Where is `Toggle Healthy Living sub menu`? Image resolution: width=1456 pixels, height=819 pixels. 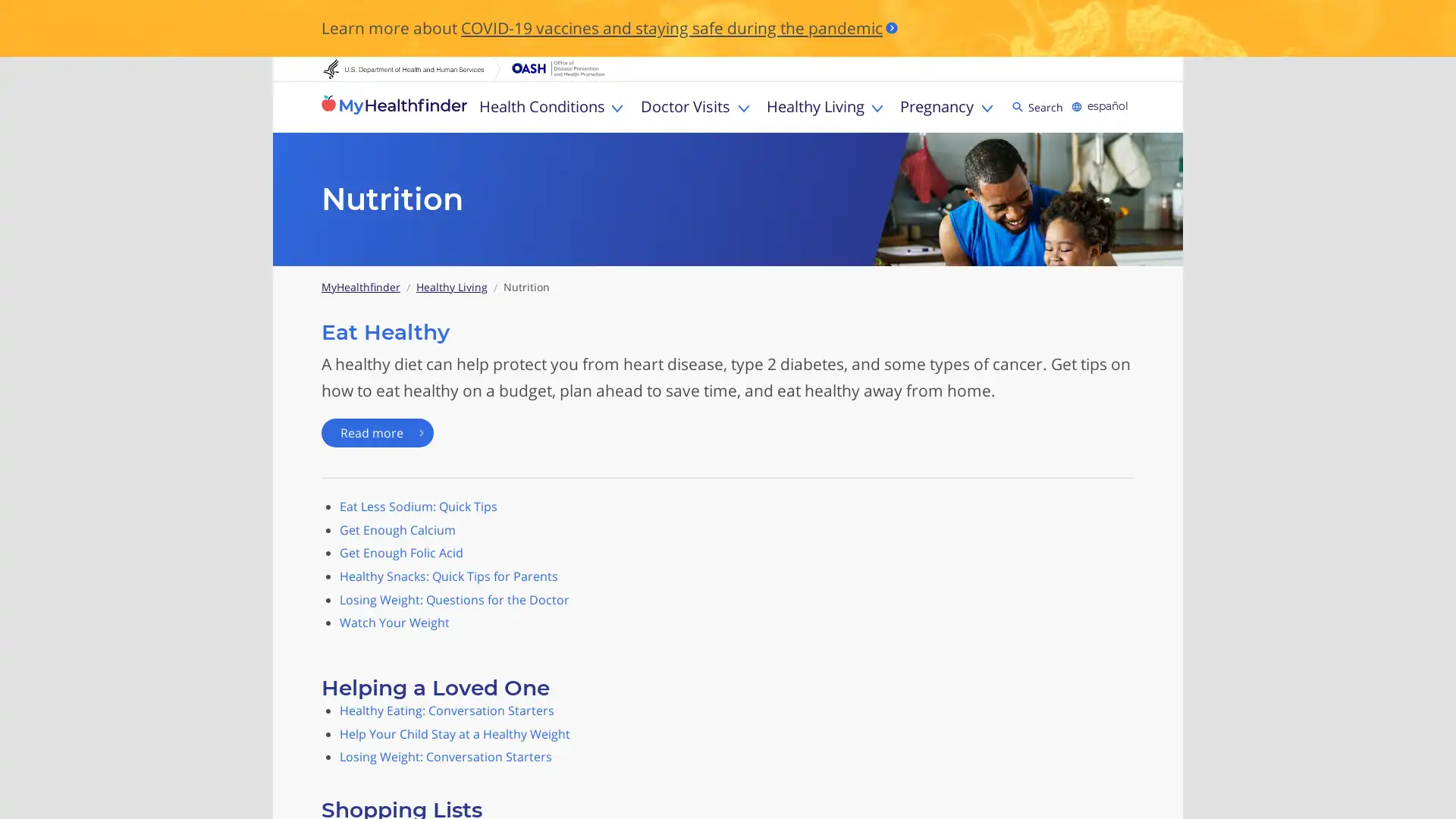 Toggle Healthy Living sub menu is located at coordinates (877, 106).